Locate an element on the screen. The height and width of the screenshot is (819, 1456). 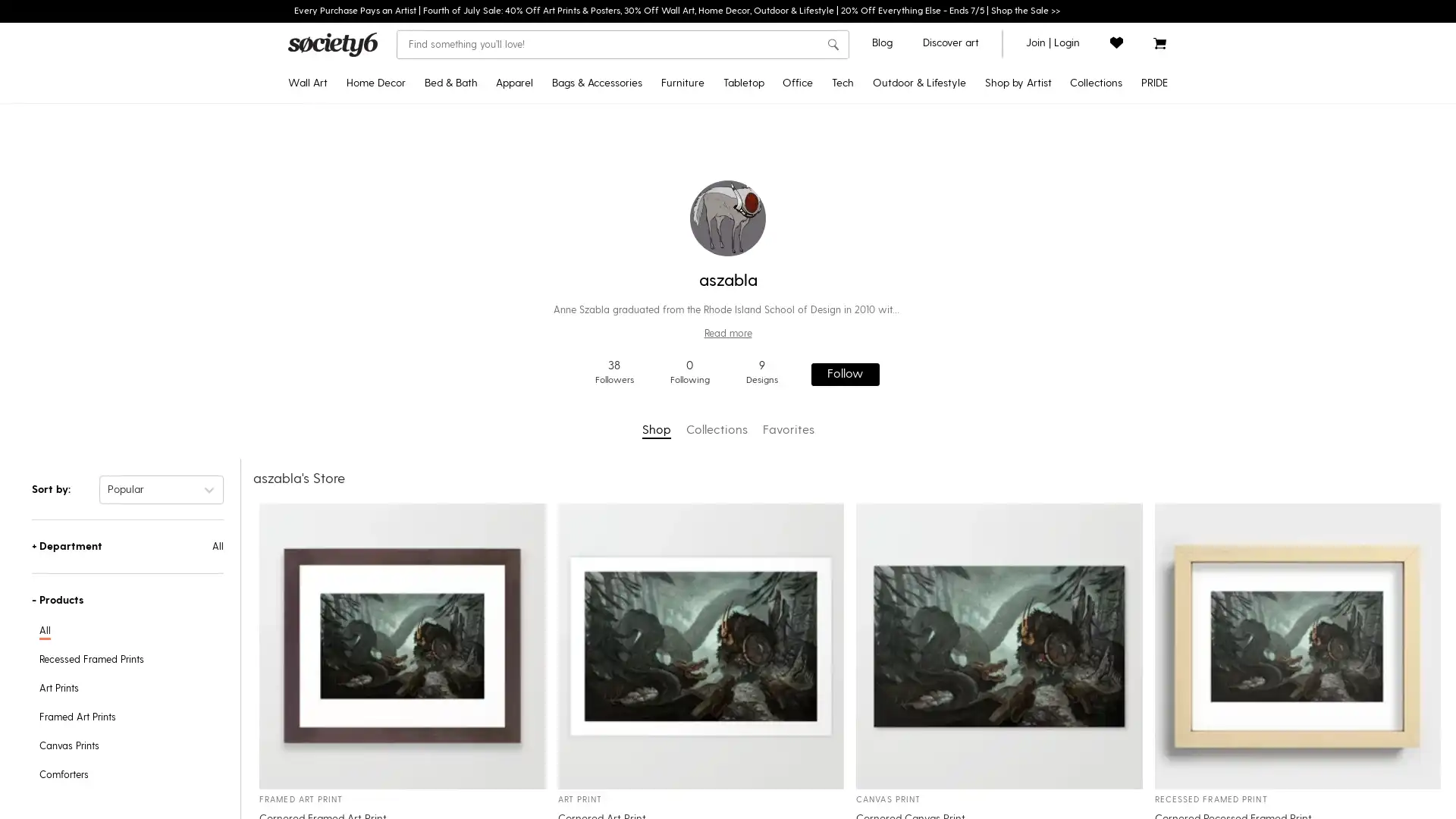
Discover LGBTQIA+ Artists is located at coordinates (977, 243).